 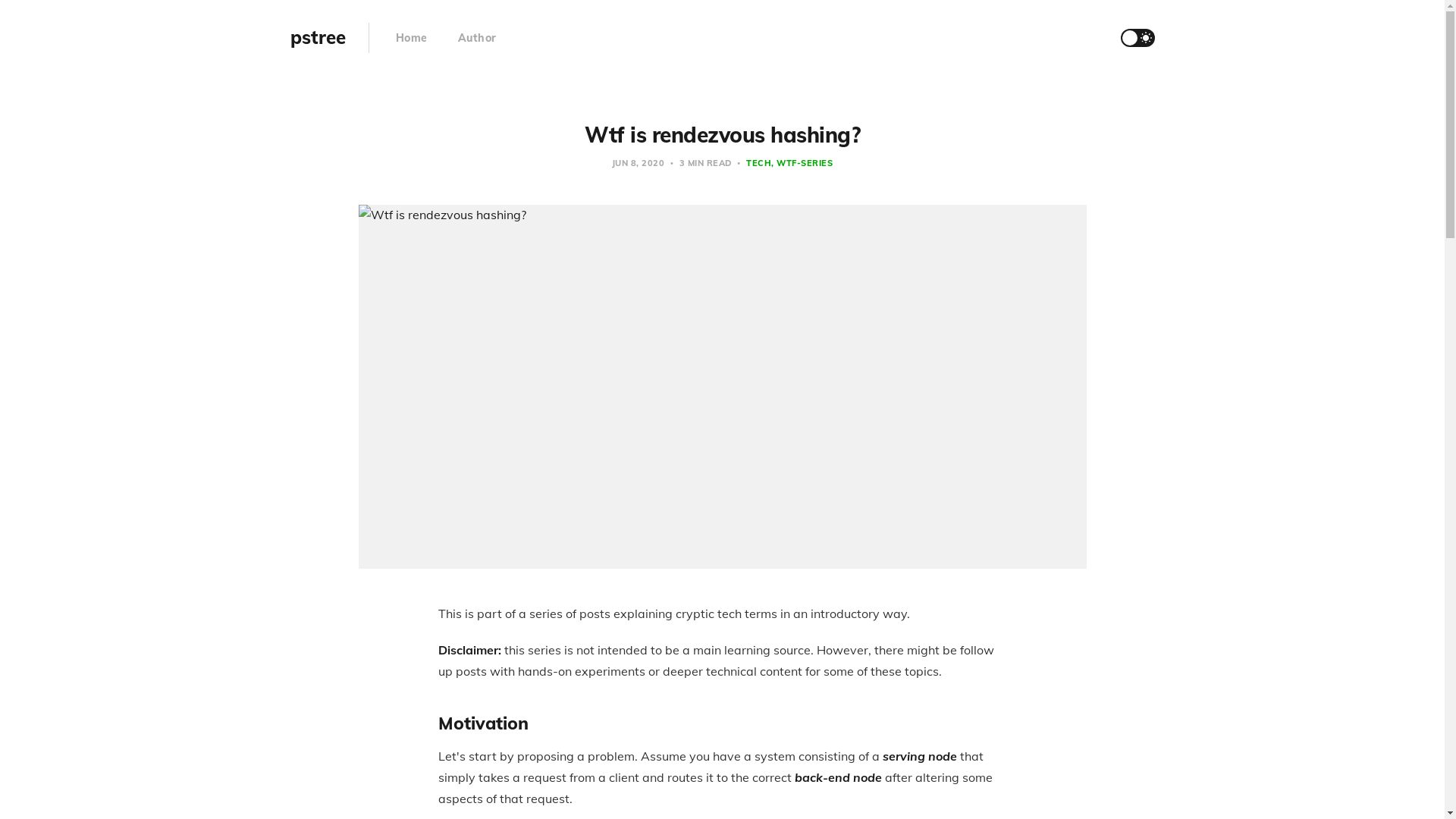 What do you see at coordinates (476, 37) in the screenshot?
I see `'Author'` at bounding box center [476, 37].